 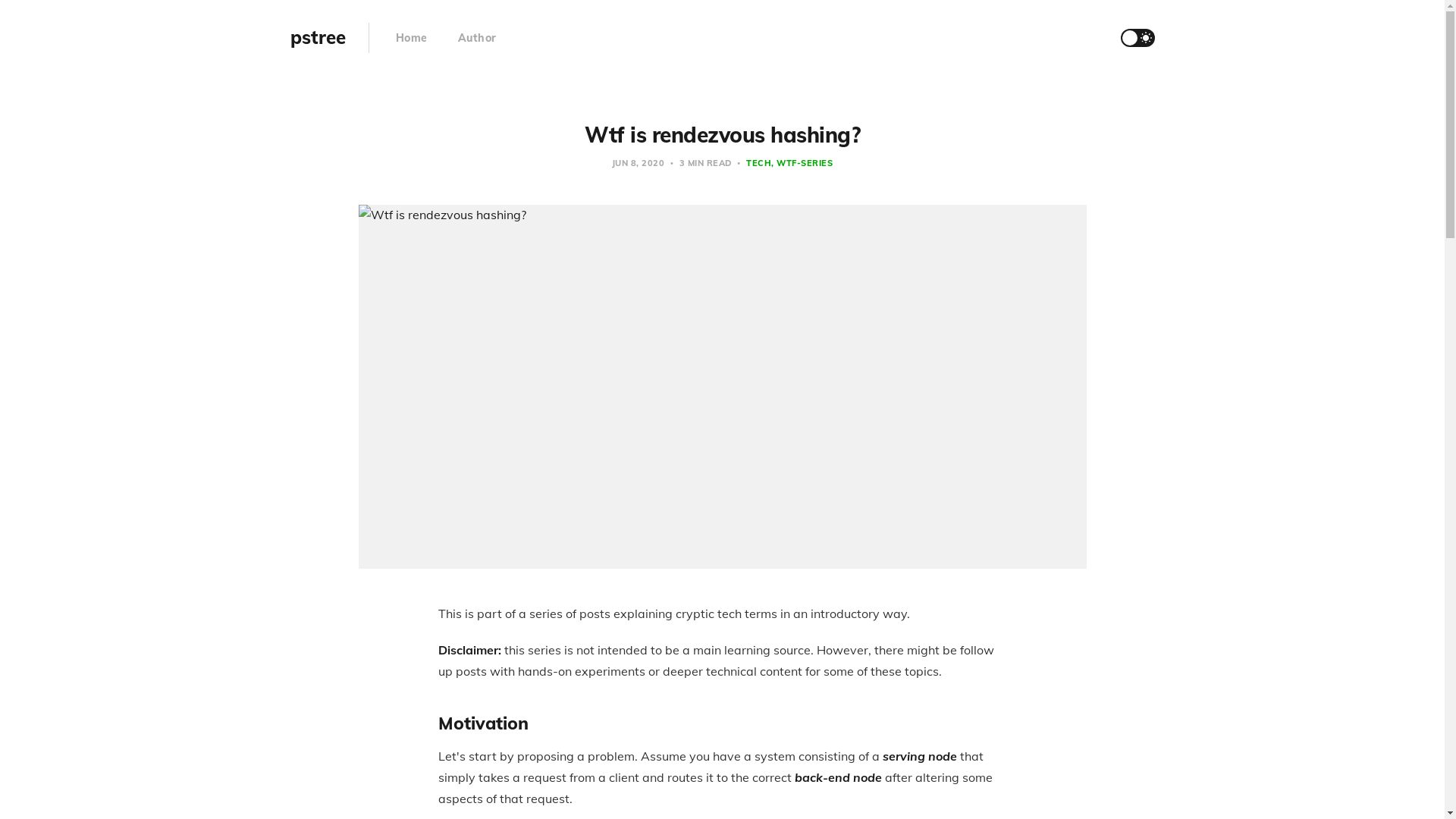 What do you see at coordinates (476, 37) in the screenshot?
I see `'Author'` at bounding box center [476, 37].